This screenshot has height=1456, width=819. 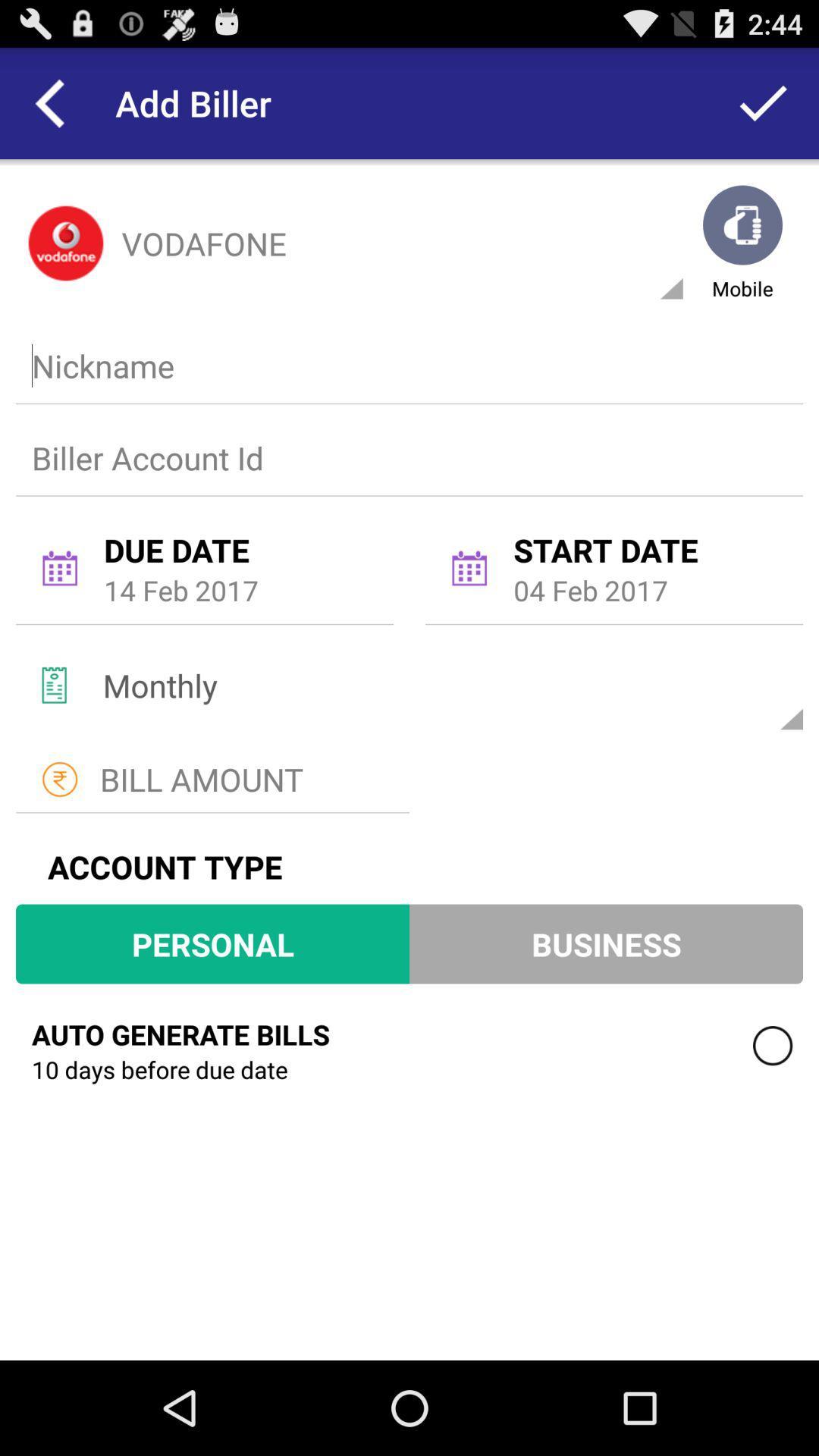 What do you see at coordinates (212, 943) in the screenshot?
I see `icon to the left of business button` at bounding box center [212, 943].